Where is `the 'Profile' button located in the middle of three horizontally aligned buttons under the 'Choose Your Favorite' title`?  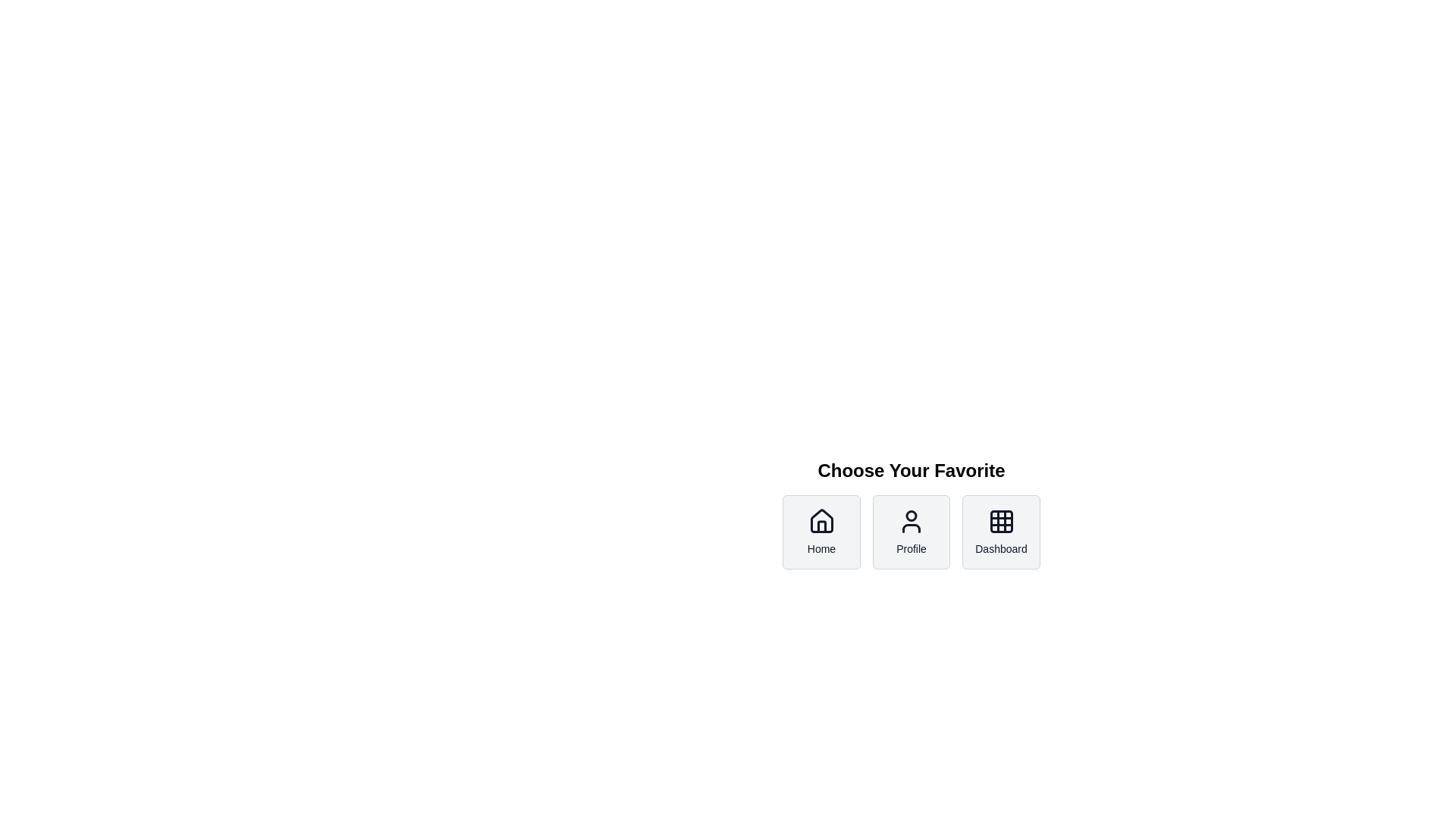 the 'Profile' button located in the middle of three horizontally aligned buttons under the 'Choose Your Favorite' title is located at coordinates (910, 532).